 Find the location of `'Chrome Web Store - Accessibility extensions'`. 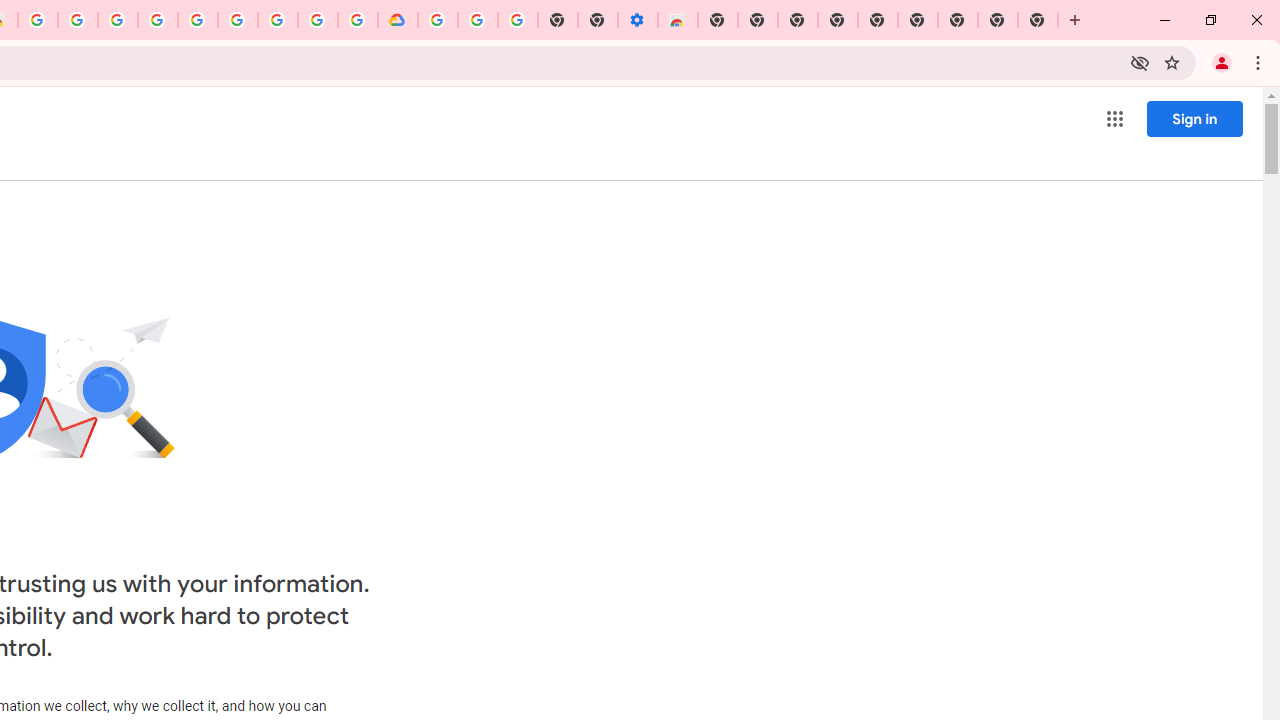

'Chrome Web Store - Accessibility extensions' is located at coordinates (677, 20).